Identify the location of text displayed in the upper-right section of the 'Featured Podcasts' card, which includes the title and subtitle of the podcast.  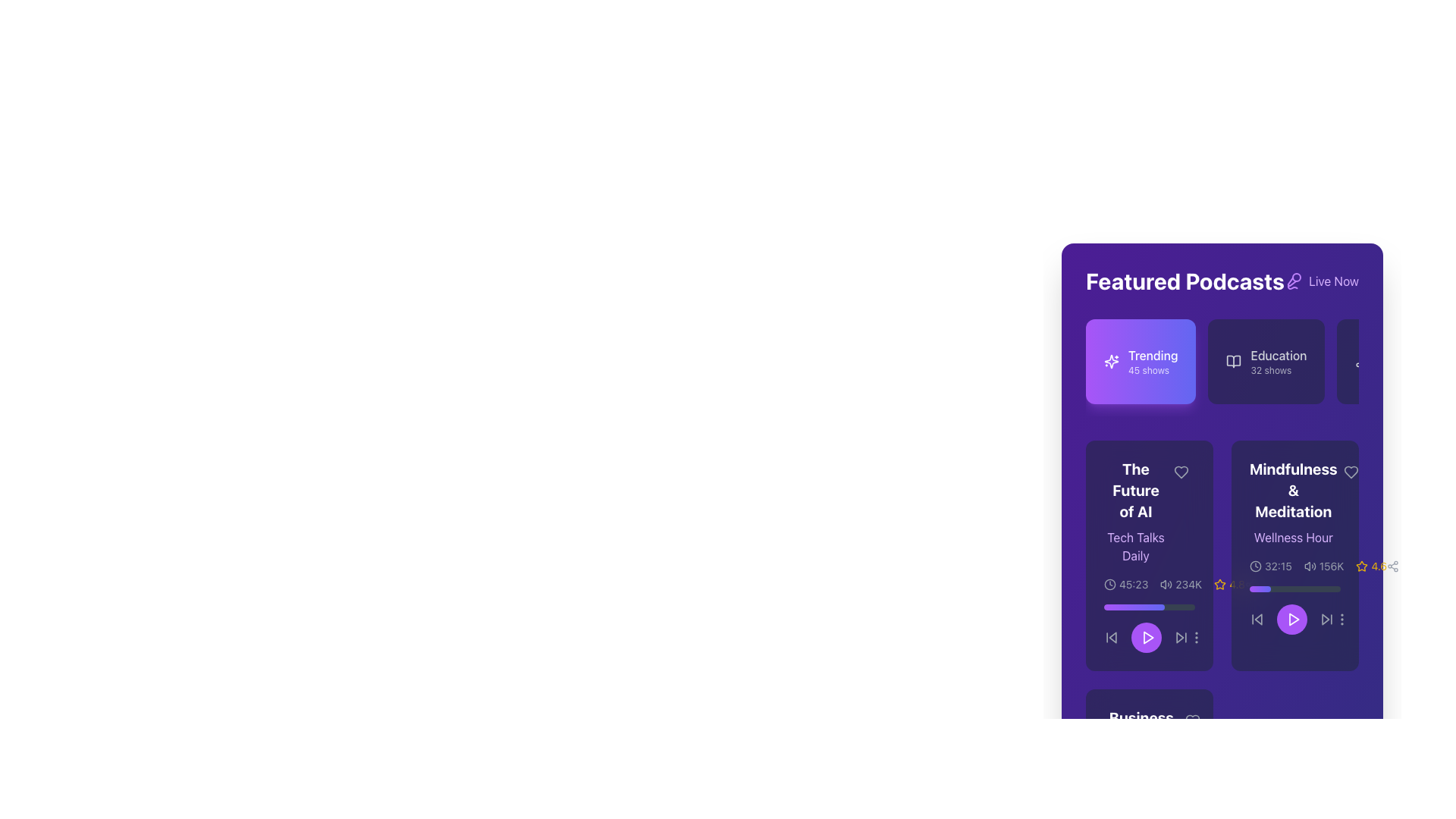
(1294, 503).